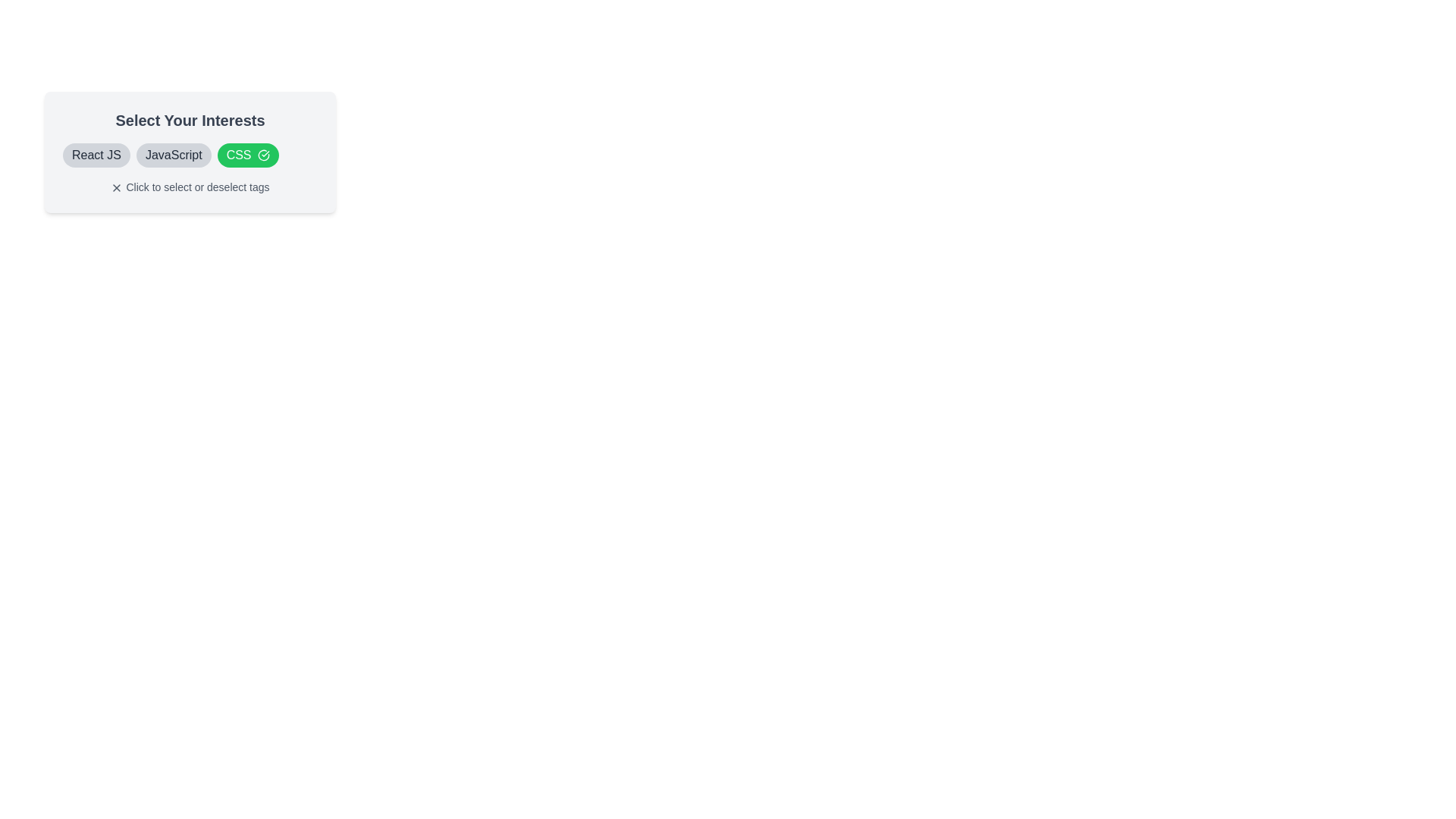 The width and height of the screenshot is (1456, 819). I want to click on the 'JavaScript' text label, which is styled in bold black font and located in a rounded rectangle with a light gray background, so click(174, 155).